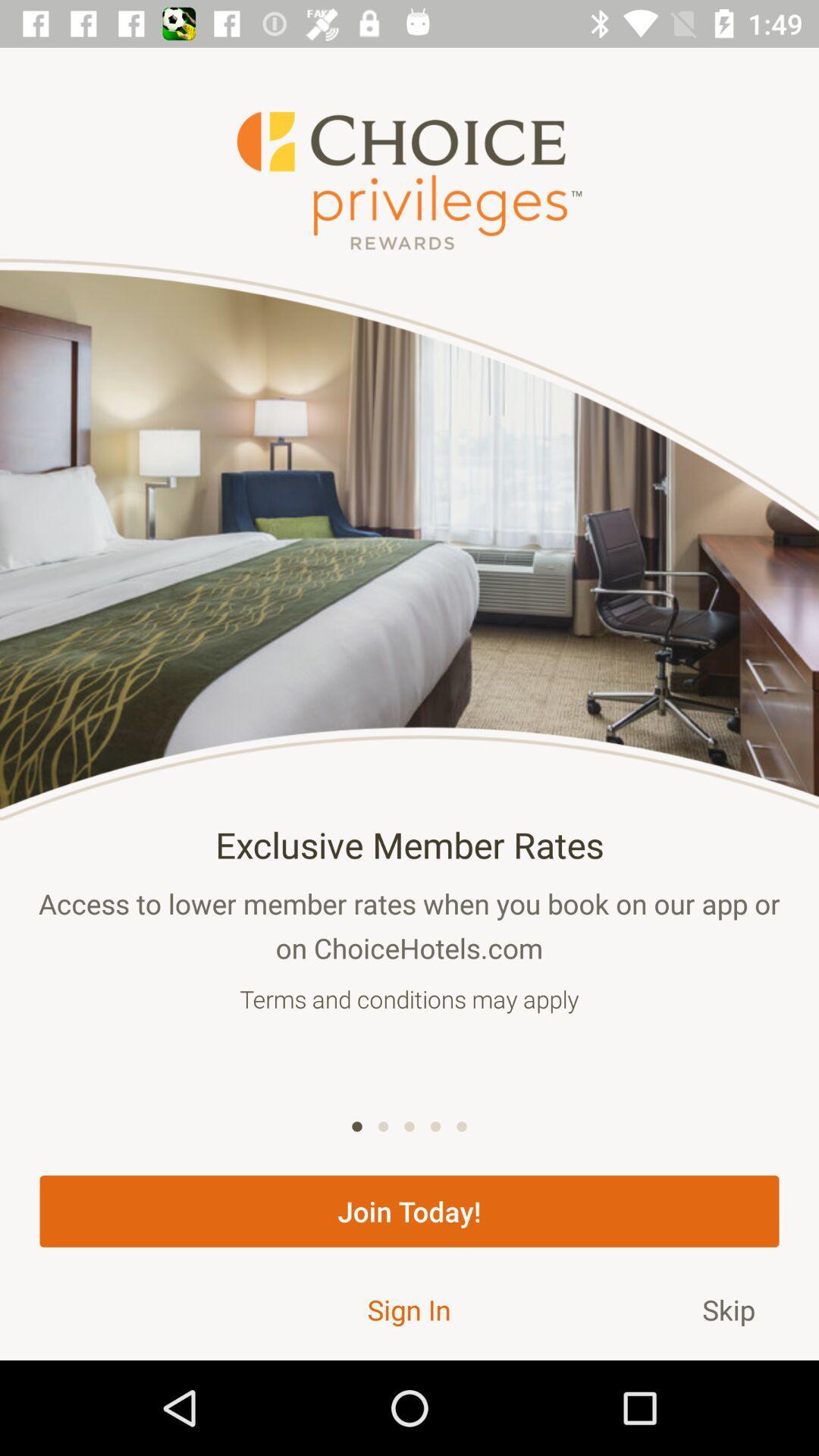 The height and width of the screenshot is (1456, 819). Describe the element at coordinates (728, 1309) in the screenshot. I see `the item below join today!` at that location.